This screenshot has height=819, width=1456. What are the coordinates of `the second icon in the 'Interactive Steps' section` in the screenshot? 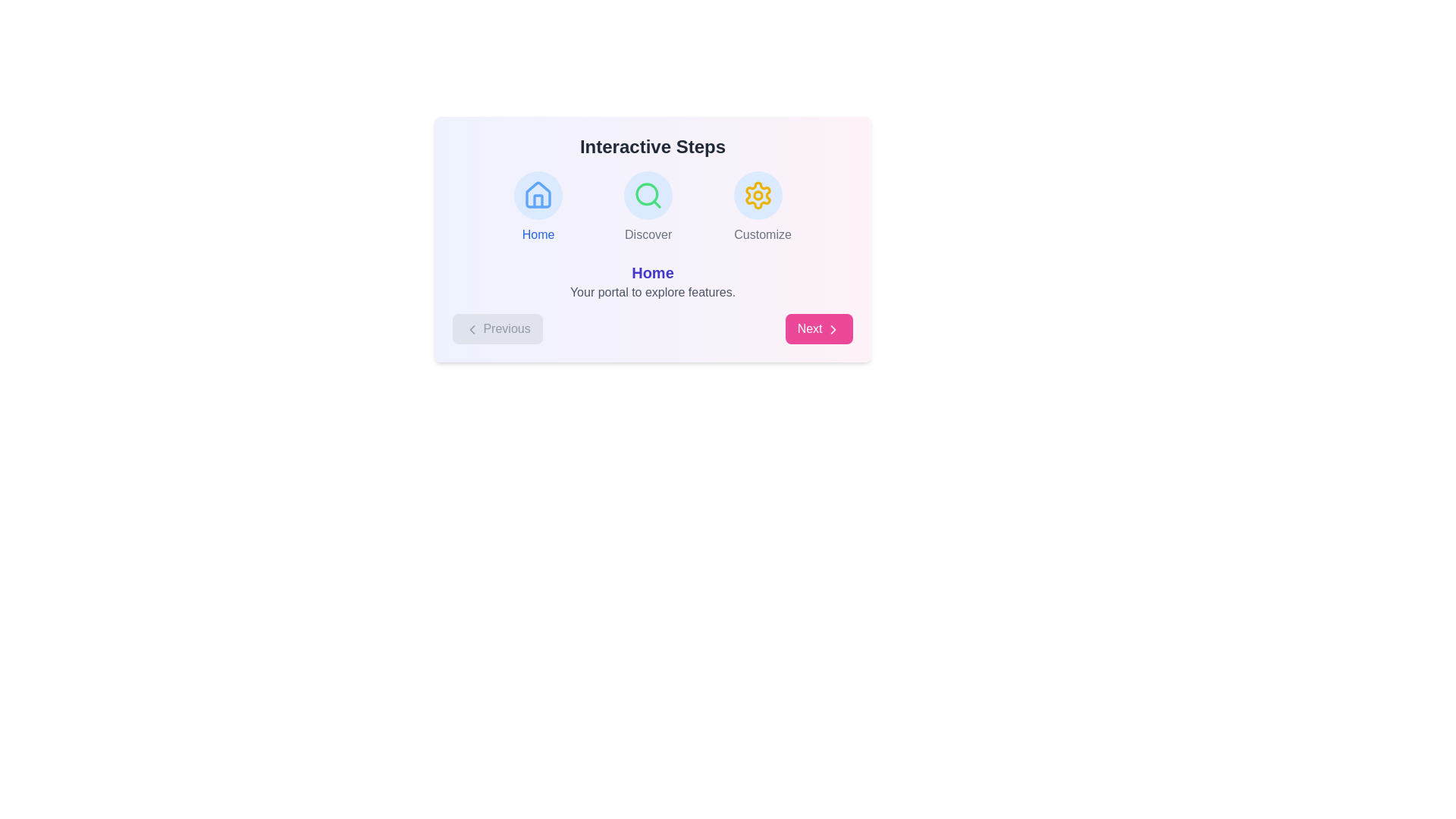 It's located at (648, 195).